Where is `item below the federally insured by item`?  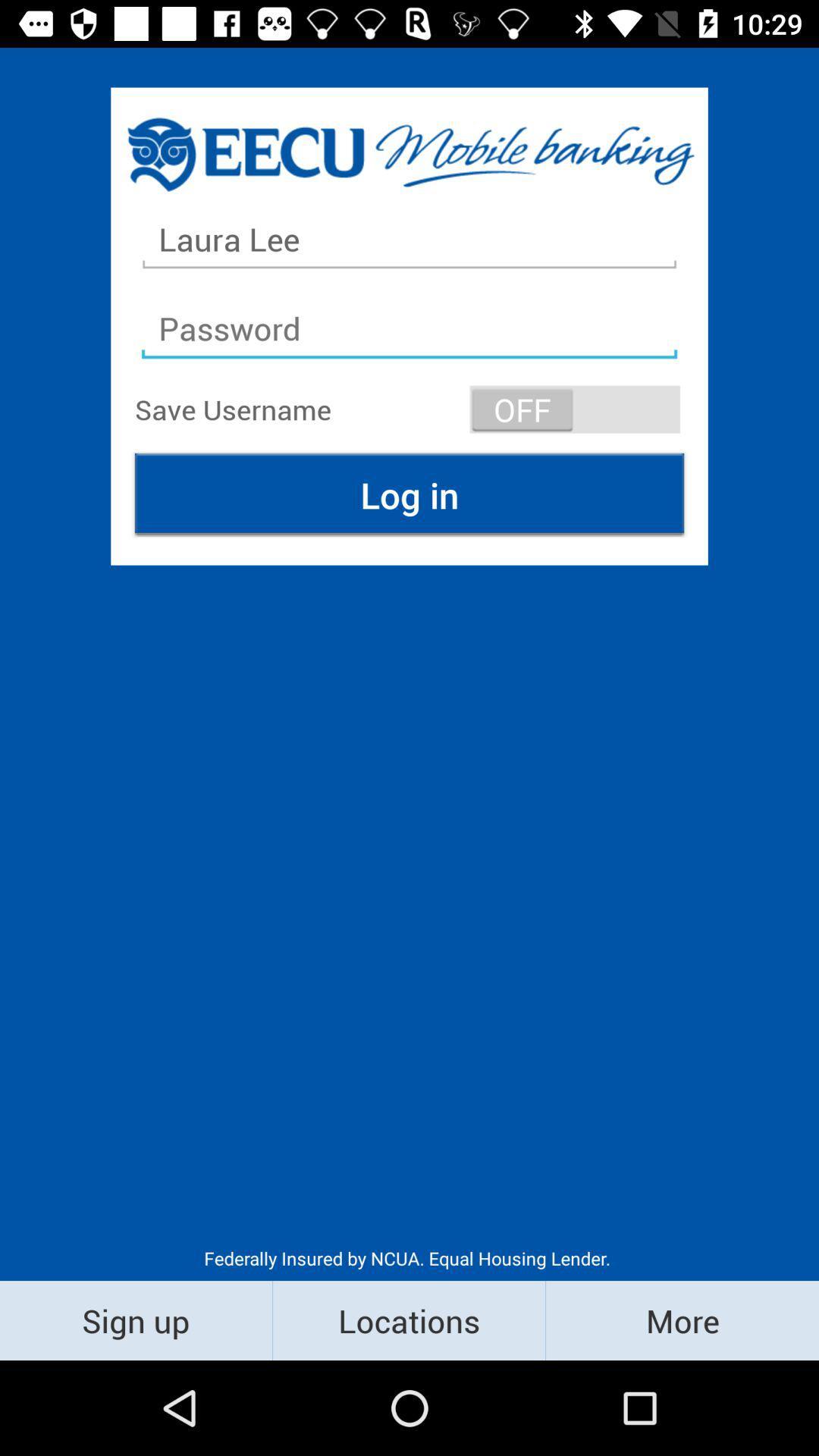 item below the federally insured by item is located at coordinates (135, 1319).